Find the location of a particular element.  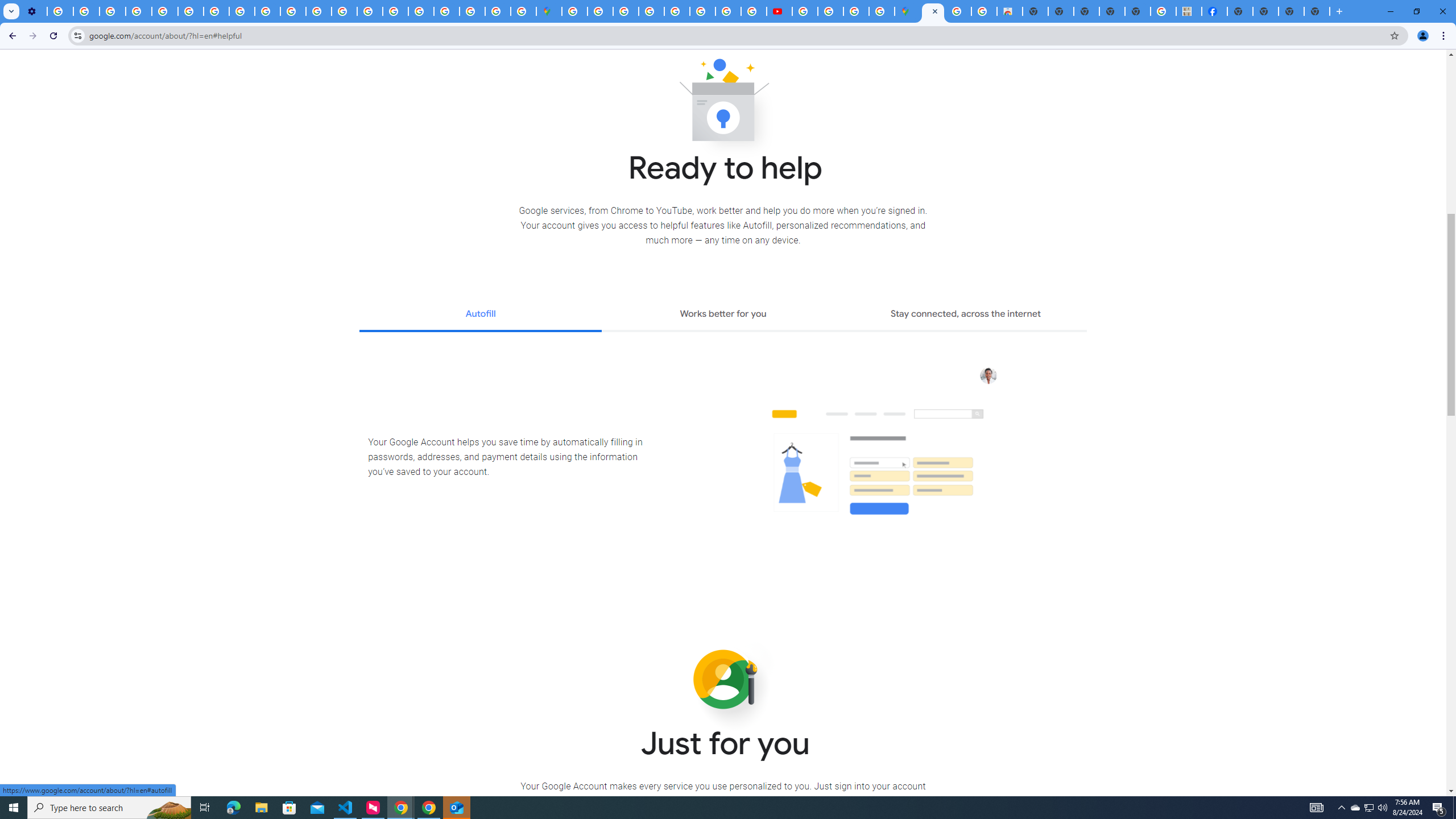

'Delete photos & videos - Computer - Google Photos Help' is located at coordinates (60, 11).